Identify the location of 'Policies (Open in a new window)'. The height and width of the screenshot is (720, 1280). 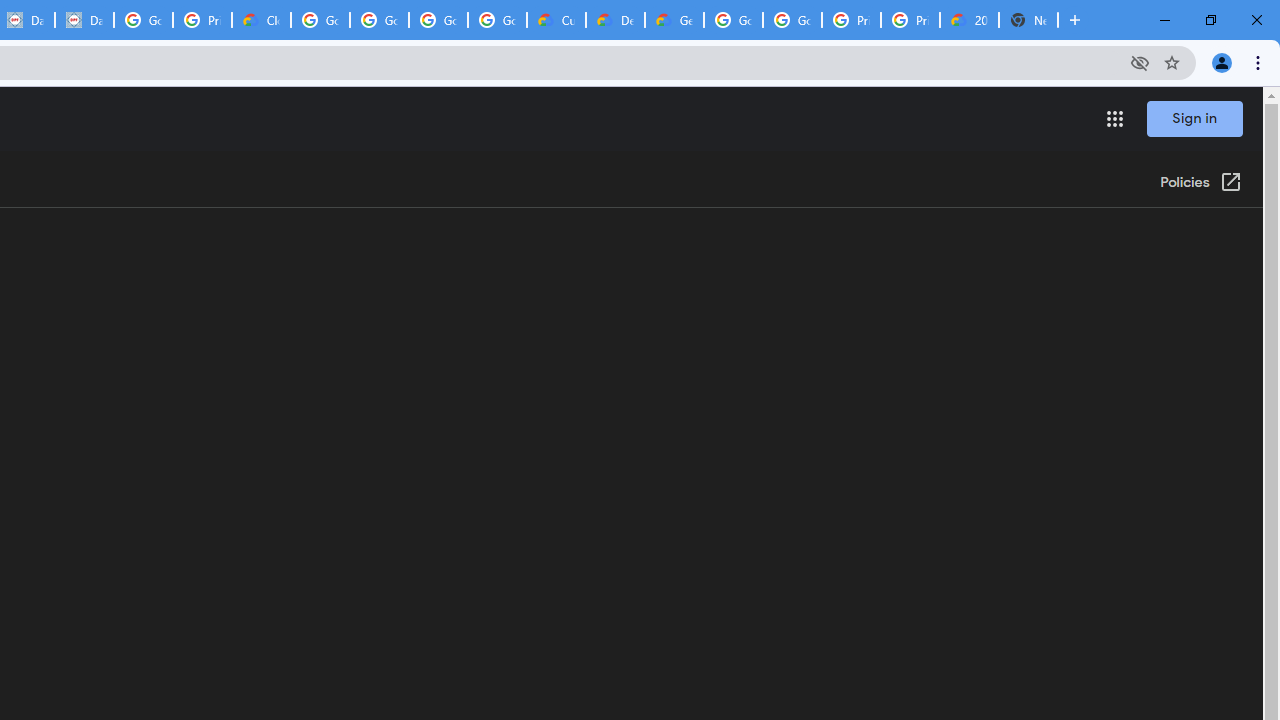
(1200, 183).